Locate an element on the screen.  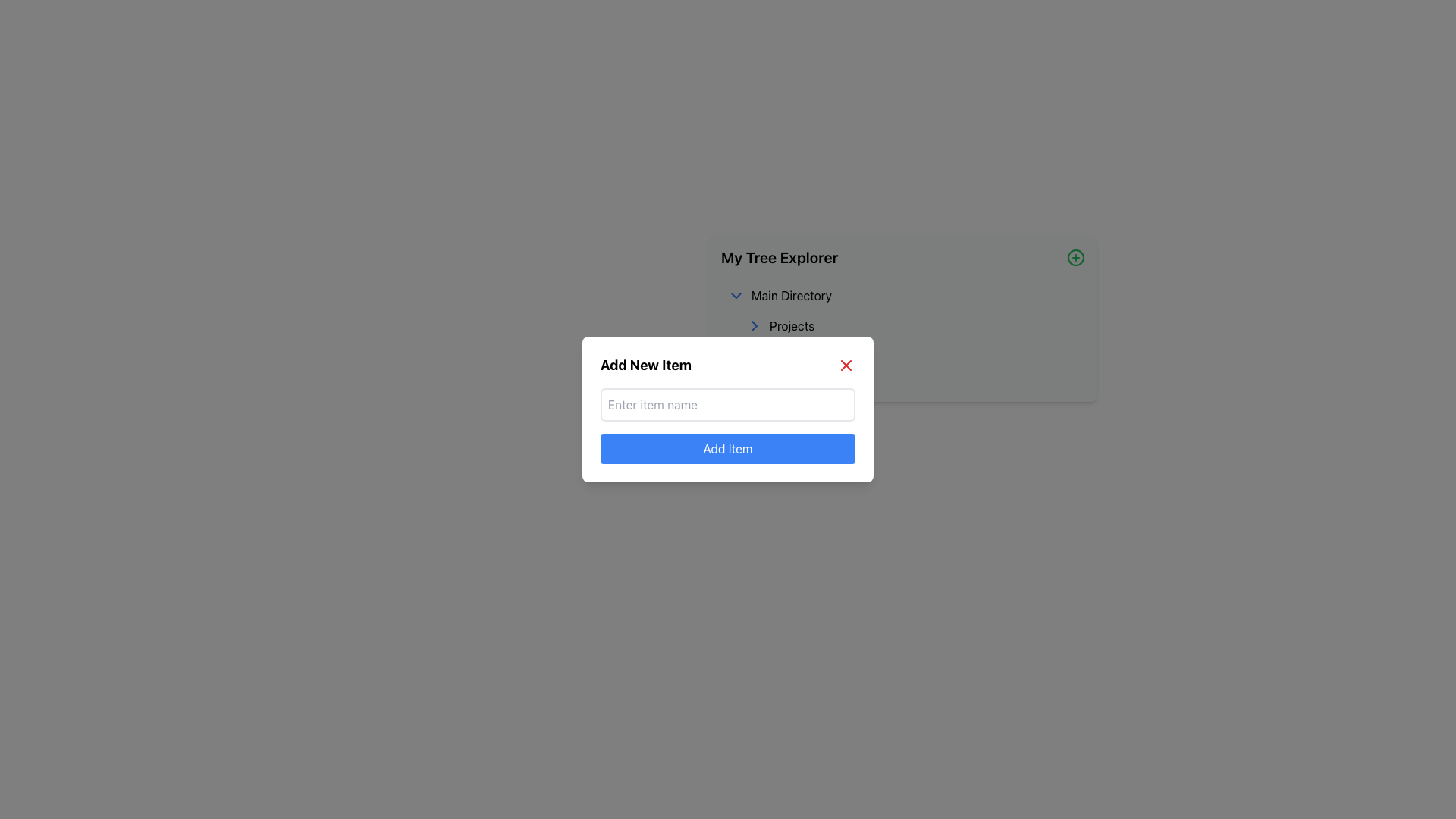
the 'Main Directory' text label in the hierarchical tree view interface, which is styled bold and dark when active and is situated above the 'Projects' entry is located at coordinates (790, 295).